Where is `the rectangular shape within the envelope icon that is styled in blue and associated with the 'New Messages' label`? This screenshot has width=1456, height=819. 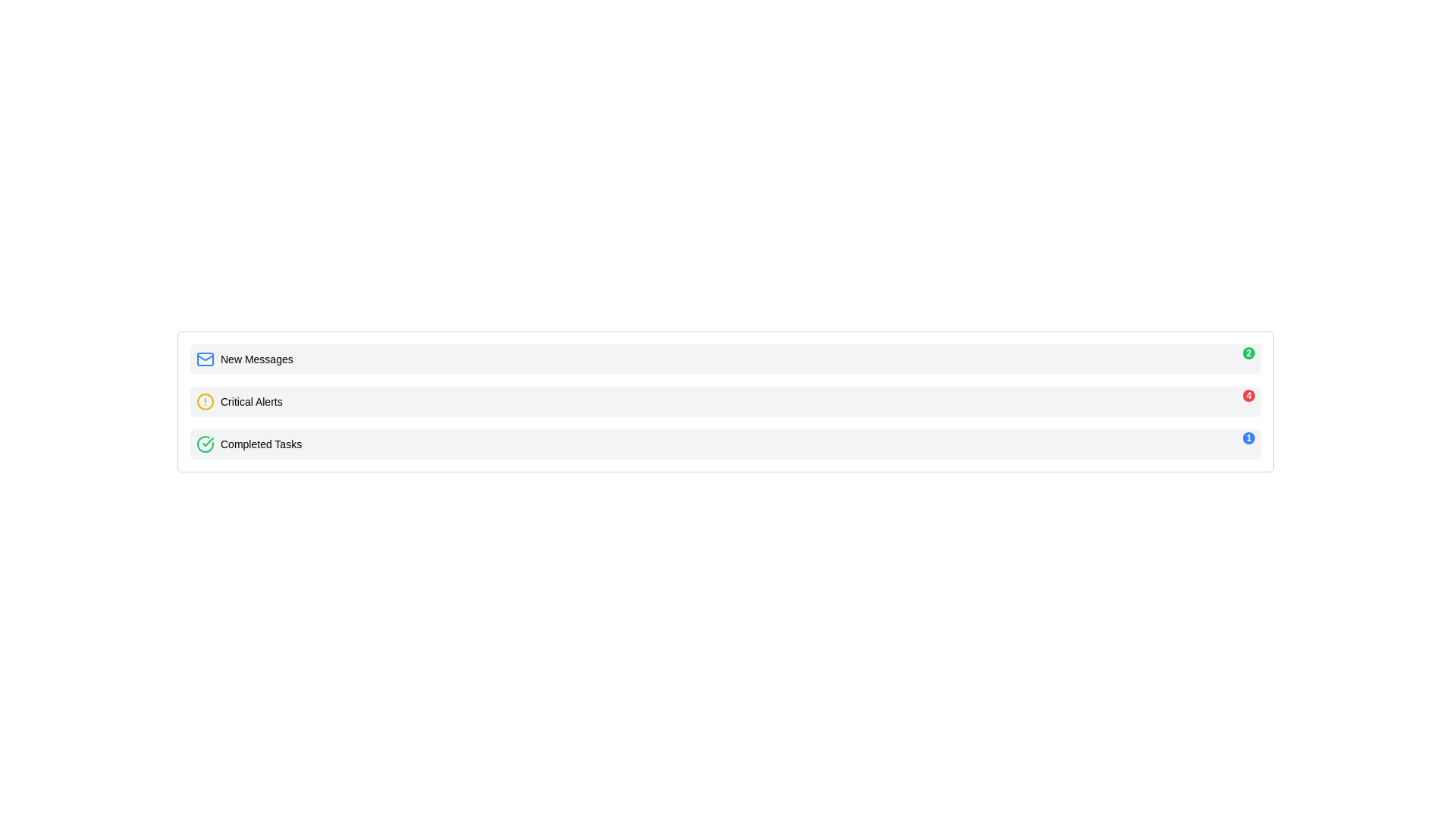 the rectangular shape within the envelope icon that is styled in blue and associated with the 'New Messages' label is located at coordinates (204, 359).